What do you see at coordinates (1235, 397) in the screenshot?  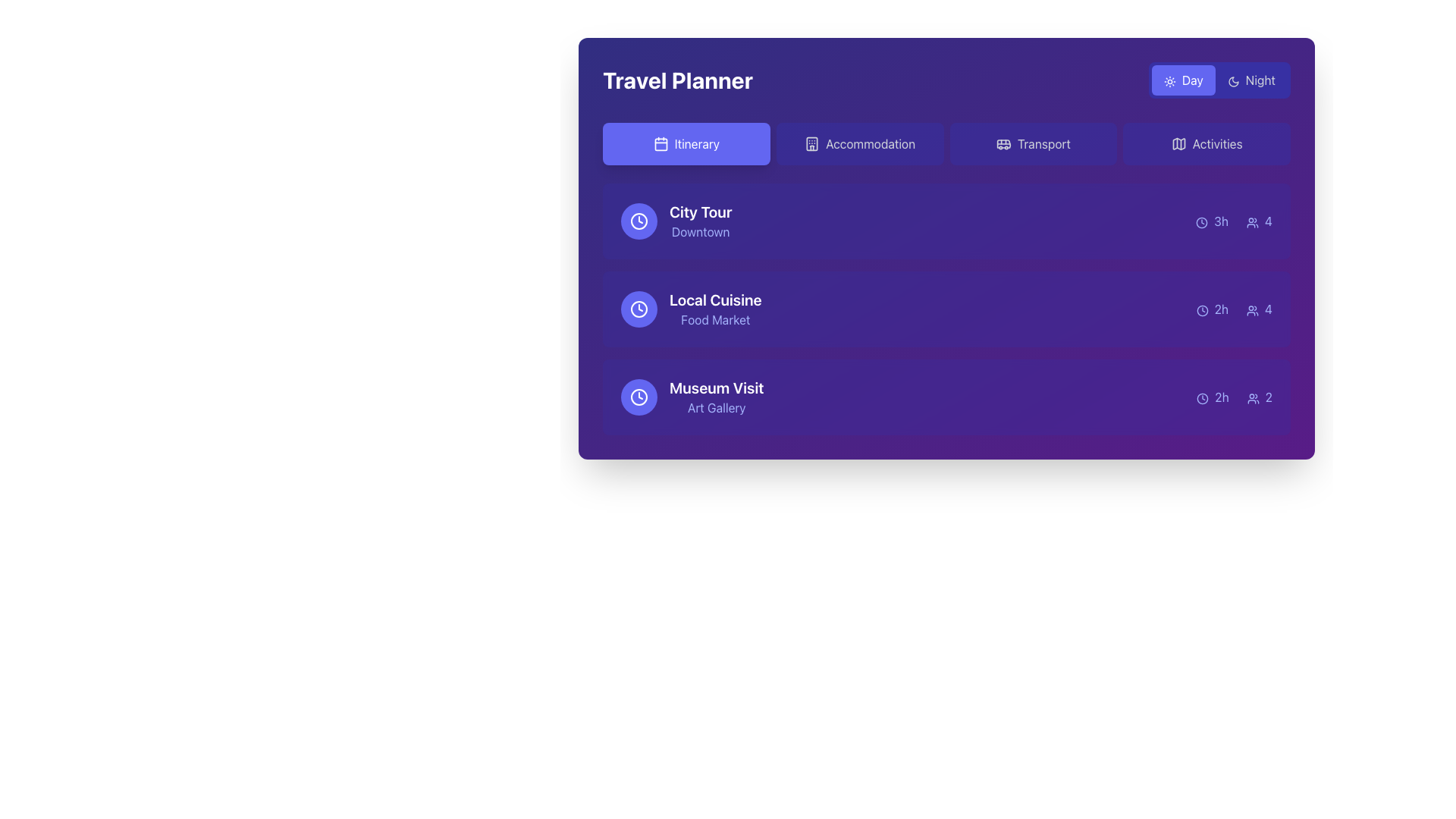 I see `the Text and icon group element displaying a clock icon and user icon with text '2h' and '2', located in the bottom right corner of the 'Museum Visit' section under 'Travel Planner'` at bounding box center [1235, 397].